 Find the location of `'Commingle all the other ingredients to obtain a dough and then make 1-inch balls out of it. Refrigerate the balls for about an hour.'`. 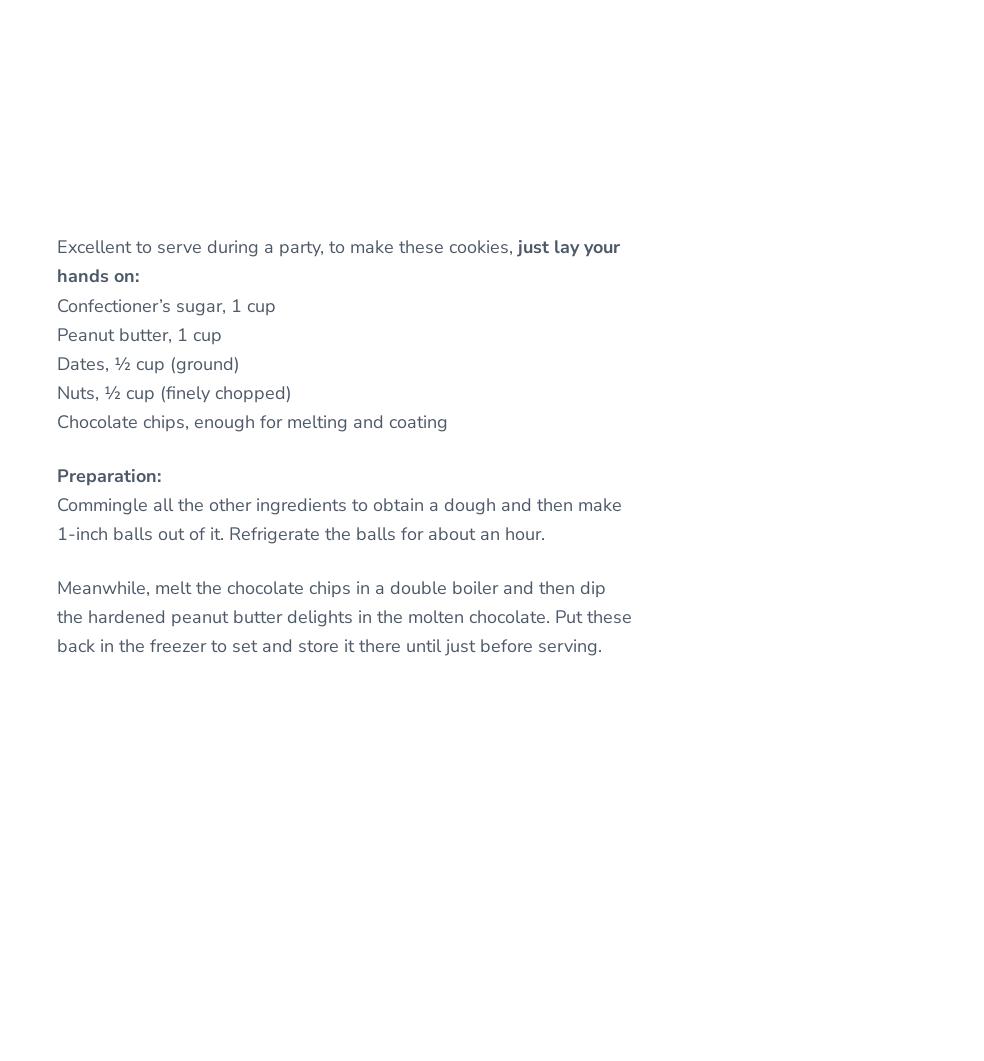

'Commingle all the other ingredients to obtain a dough and then make 1-inch balls out of it. Refrigerate the balls for about an hour.' is located at coordinates (55, 519).